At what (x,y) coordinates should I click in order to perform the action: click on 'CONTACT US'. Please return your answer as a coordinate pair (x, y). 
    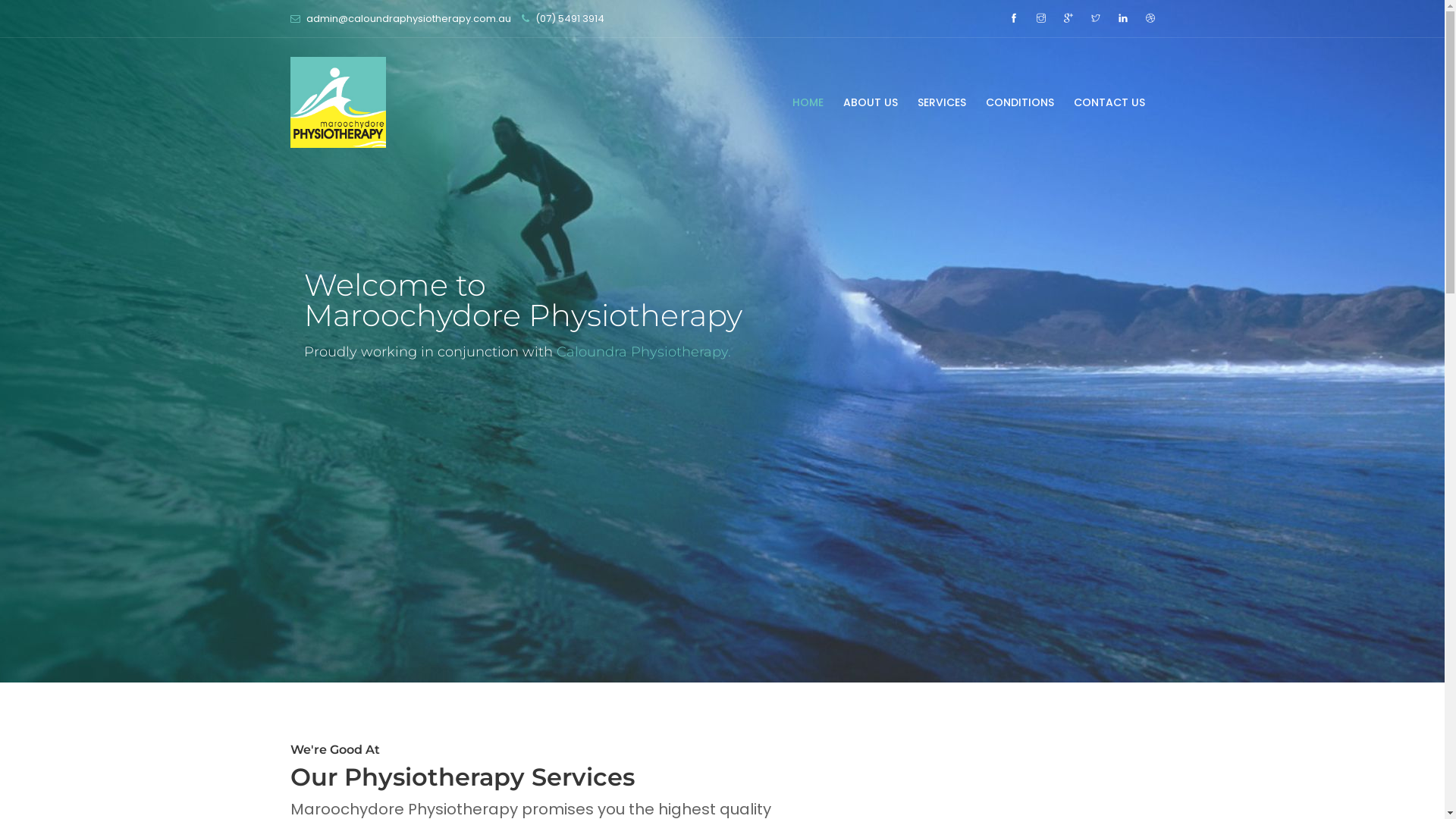
    Looking at the image, I should click on (1062, 102).